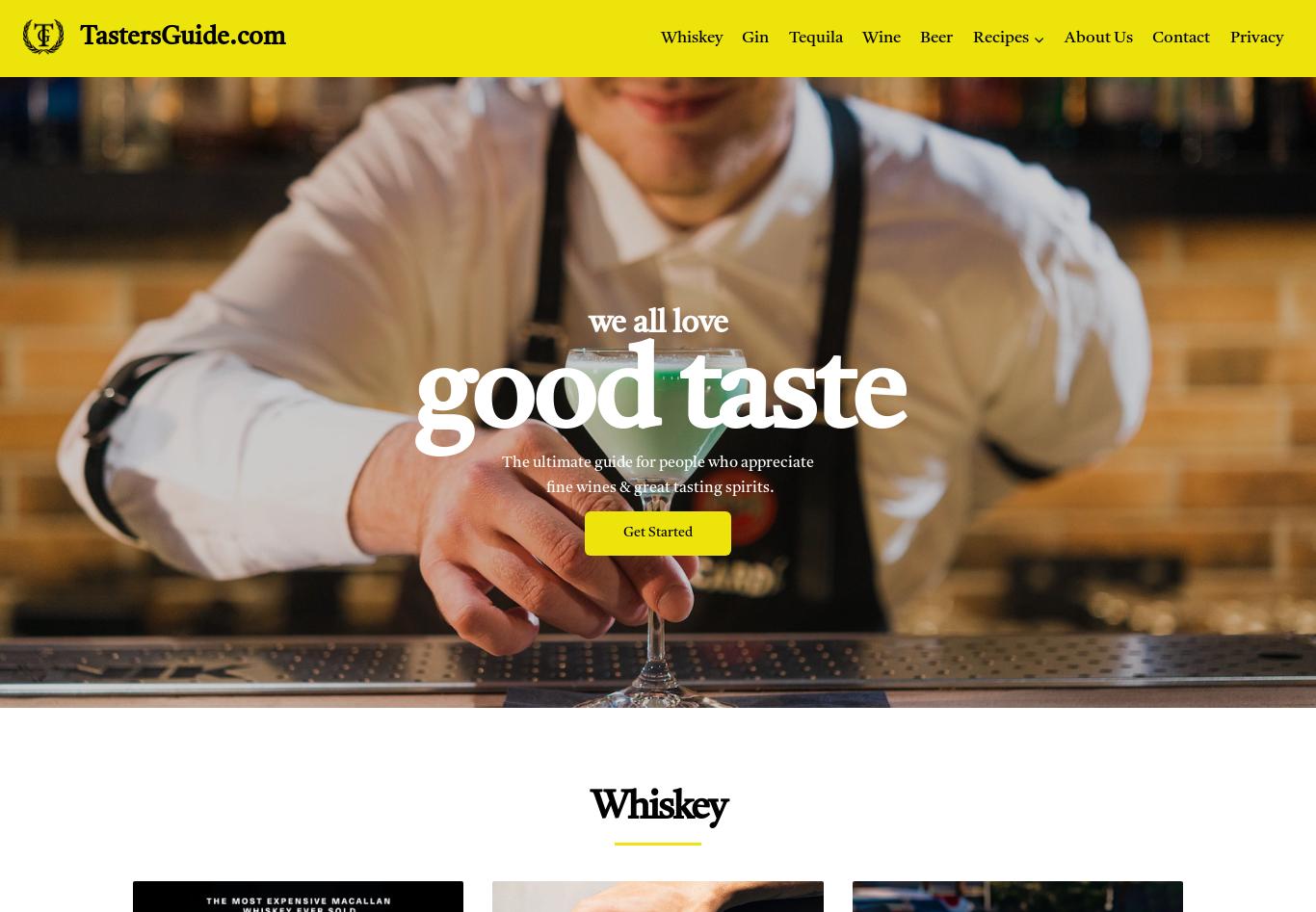 The width and height of the screenshot is (1316, 912). Describe the element at coordinates (658, 399) in the screenshot. I see `'good taste'` at that location.